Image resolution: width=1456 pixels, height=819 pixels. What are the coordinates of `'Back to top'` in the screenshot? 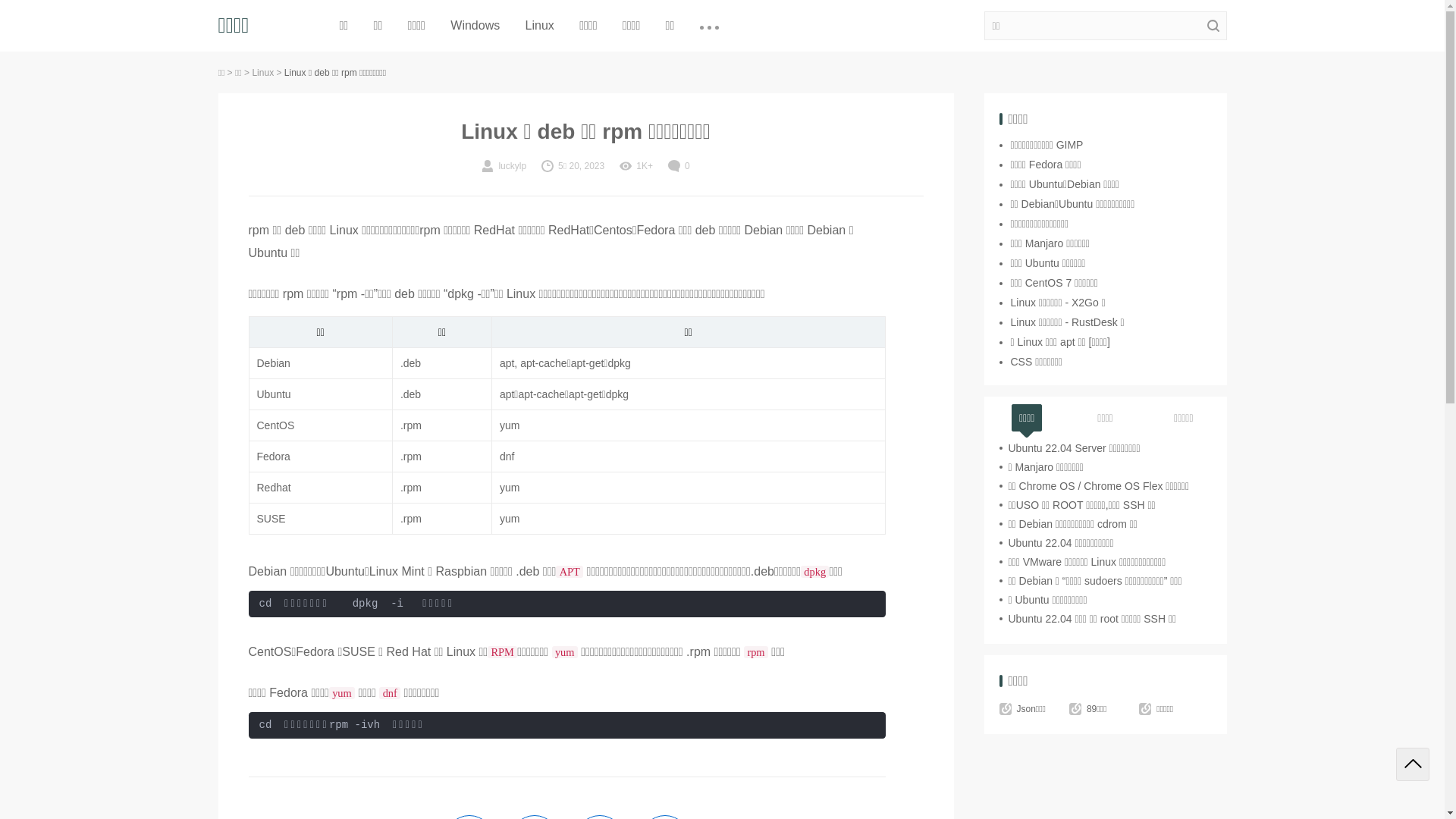 It's located at (1411, 764).